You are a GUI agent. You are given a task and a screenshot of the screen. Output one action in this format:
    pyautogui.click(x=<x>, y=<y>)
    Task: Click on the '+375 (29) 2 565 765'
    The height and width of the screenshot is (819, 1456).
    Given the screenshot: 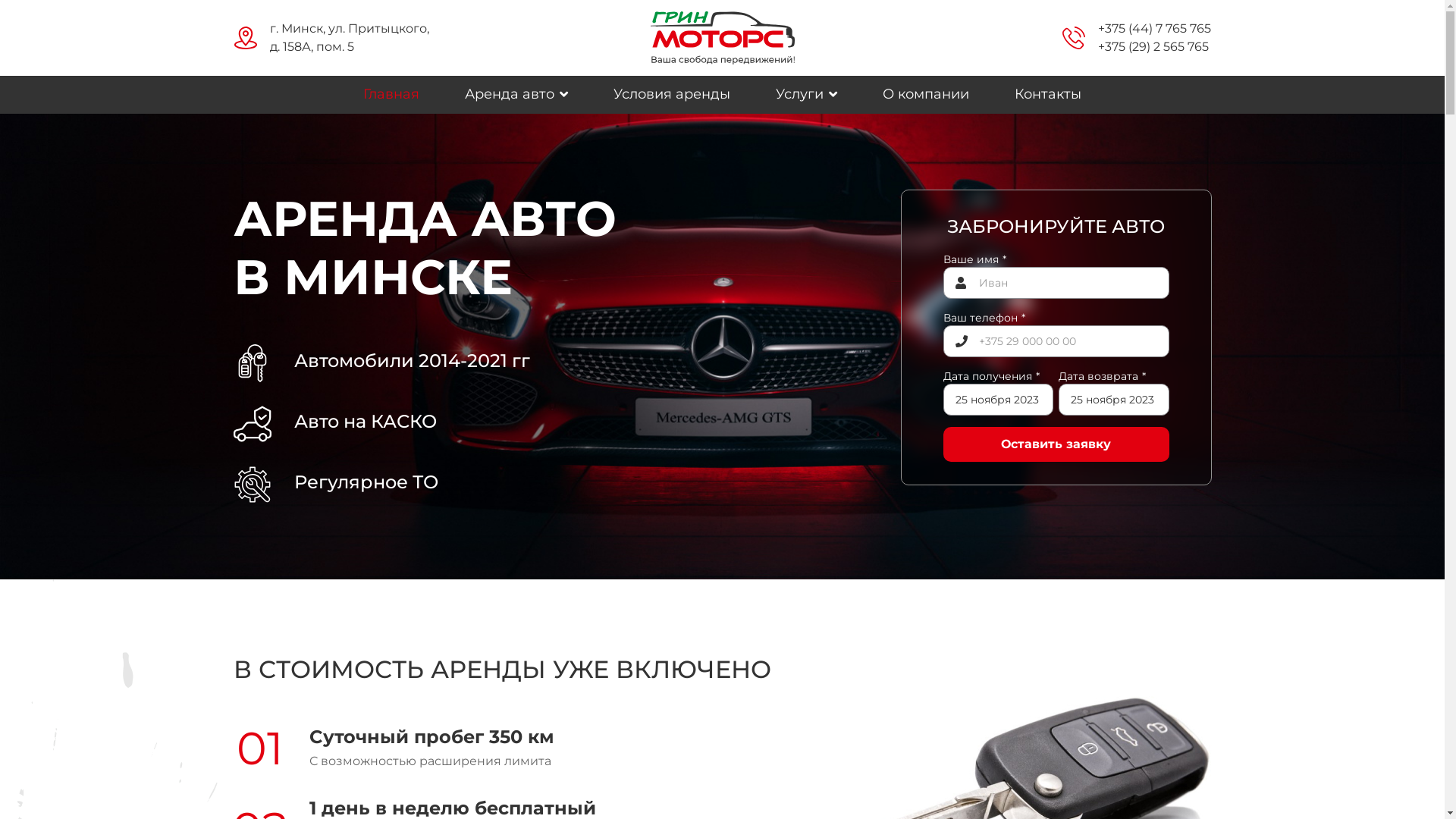 What is the action you would take?
    pyautogui.click(x=1153, y=45)
    